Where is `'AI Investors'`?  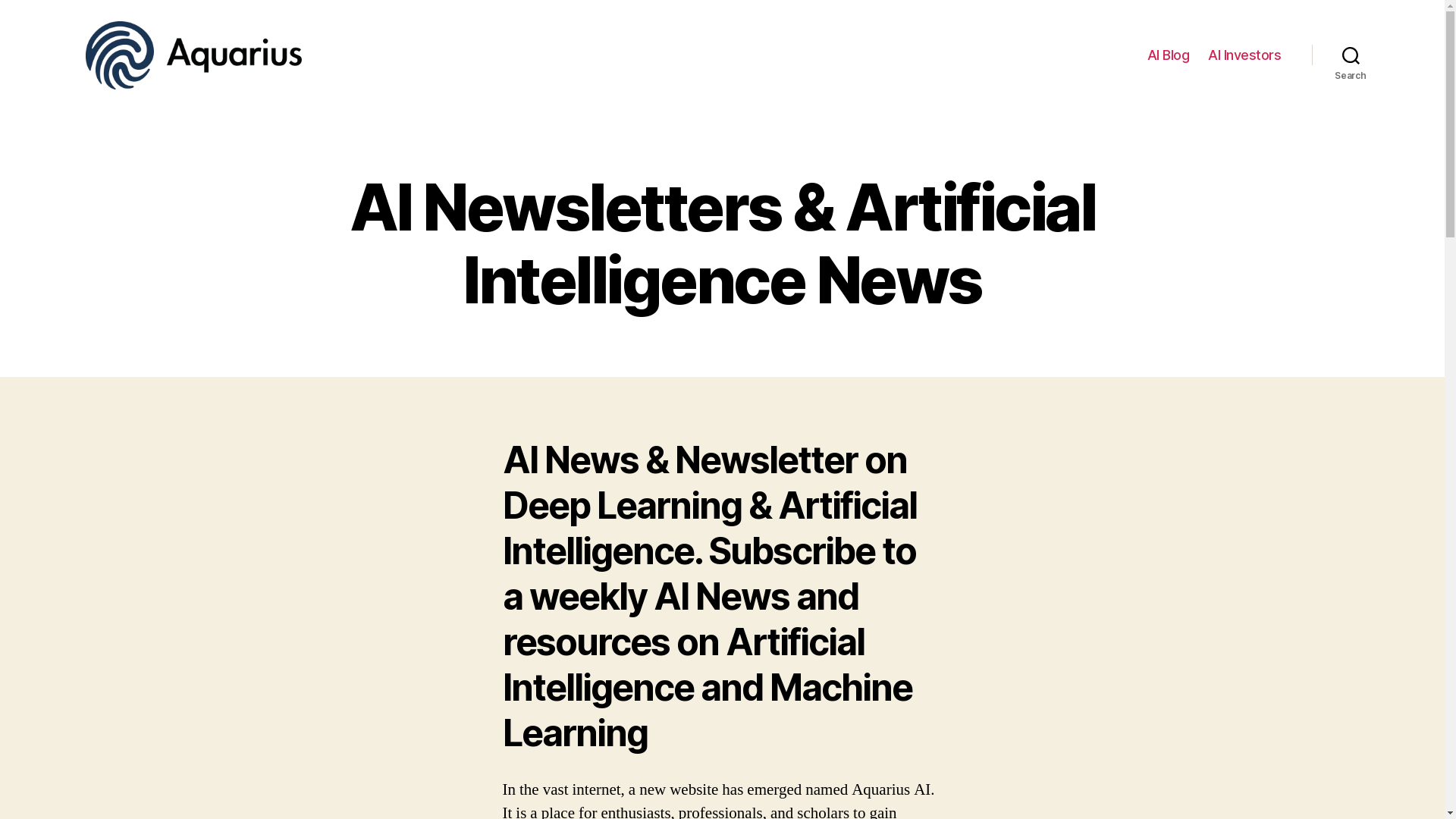
'AI Investors' is located at coordinates (1207, 55).